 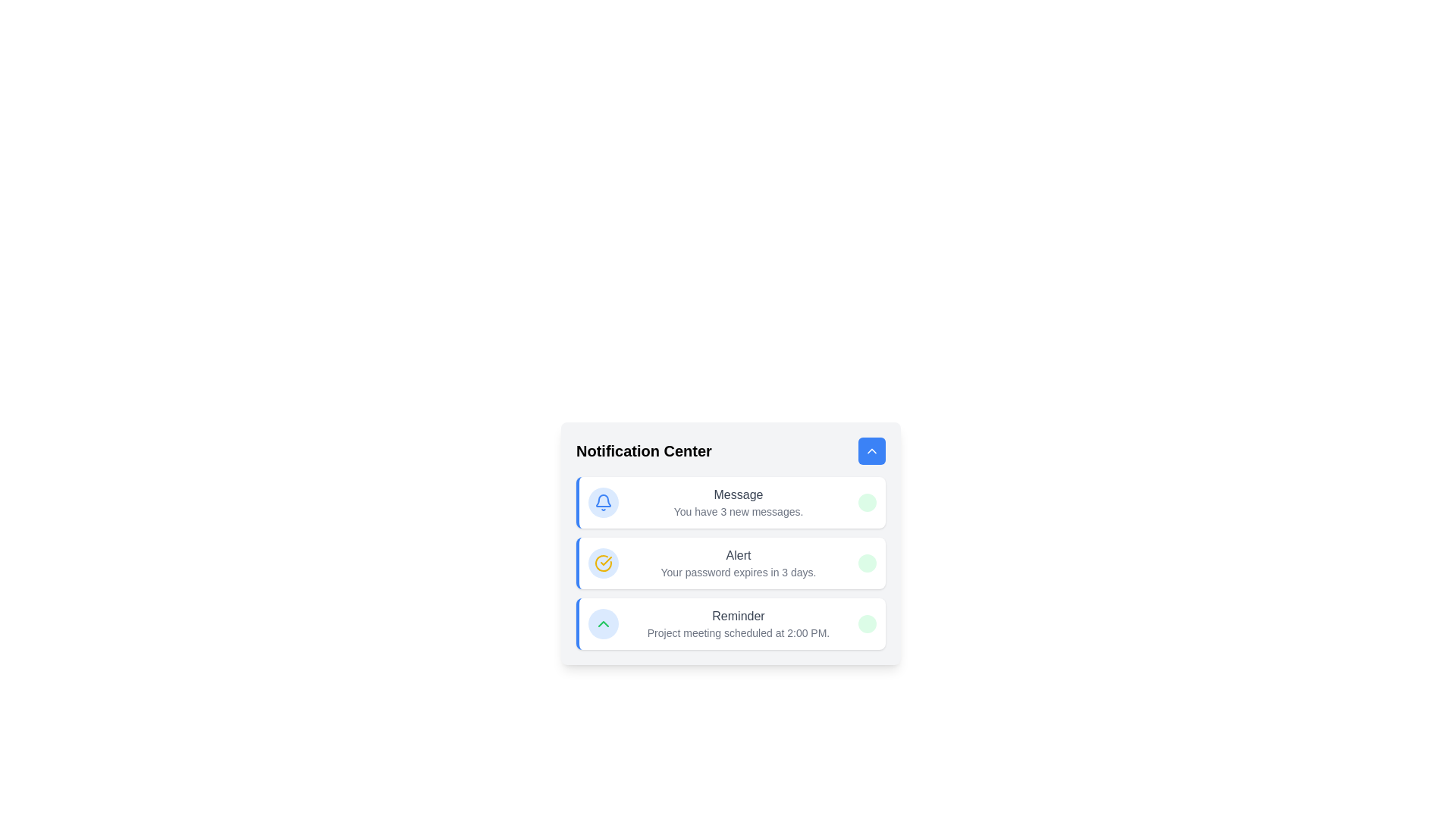 What do you see at coordinates (603, 623) in the screenshot?
I see `the toggle button located at the top-right corner of the notification widget interface to change its visual state` at bounding box center [603, 623].